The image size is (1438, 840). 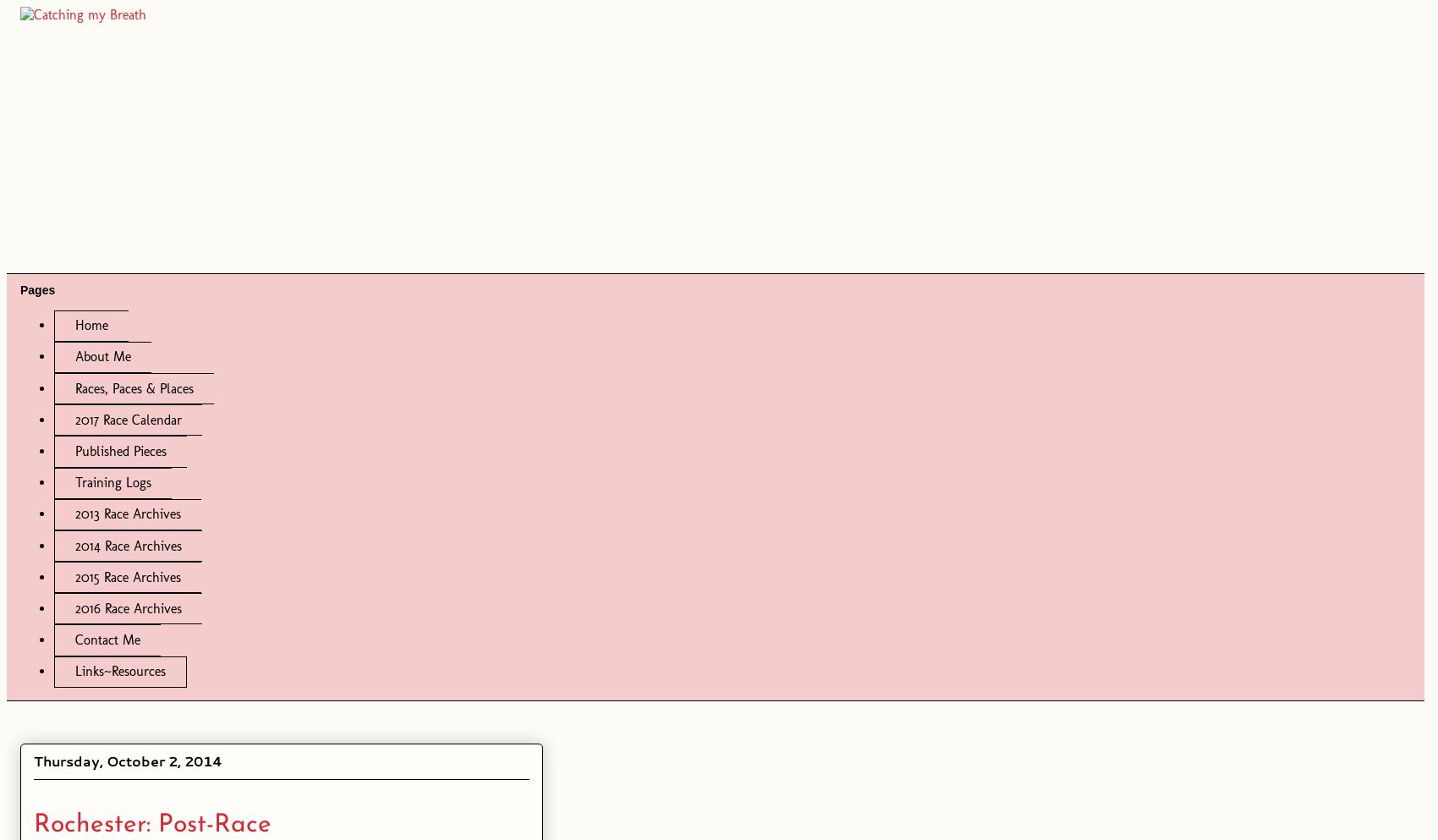 I want to click on 'Pages', so click(x=37, y=288).